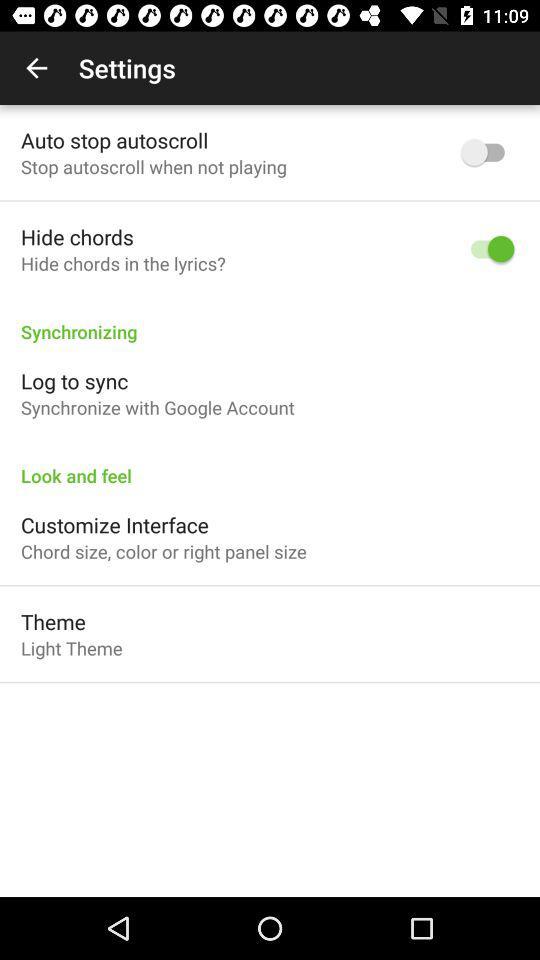 The image size is (540, 960). Describe the element at coordinates (114, 524) in the screenshot. I see `customize interface` at that location.